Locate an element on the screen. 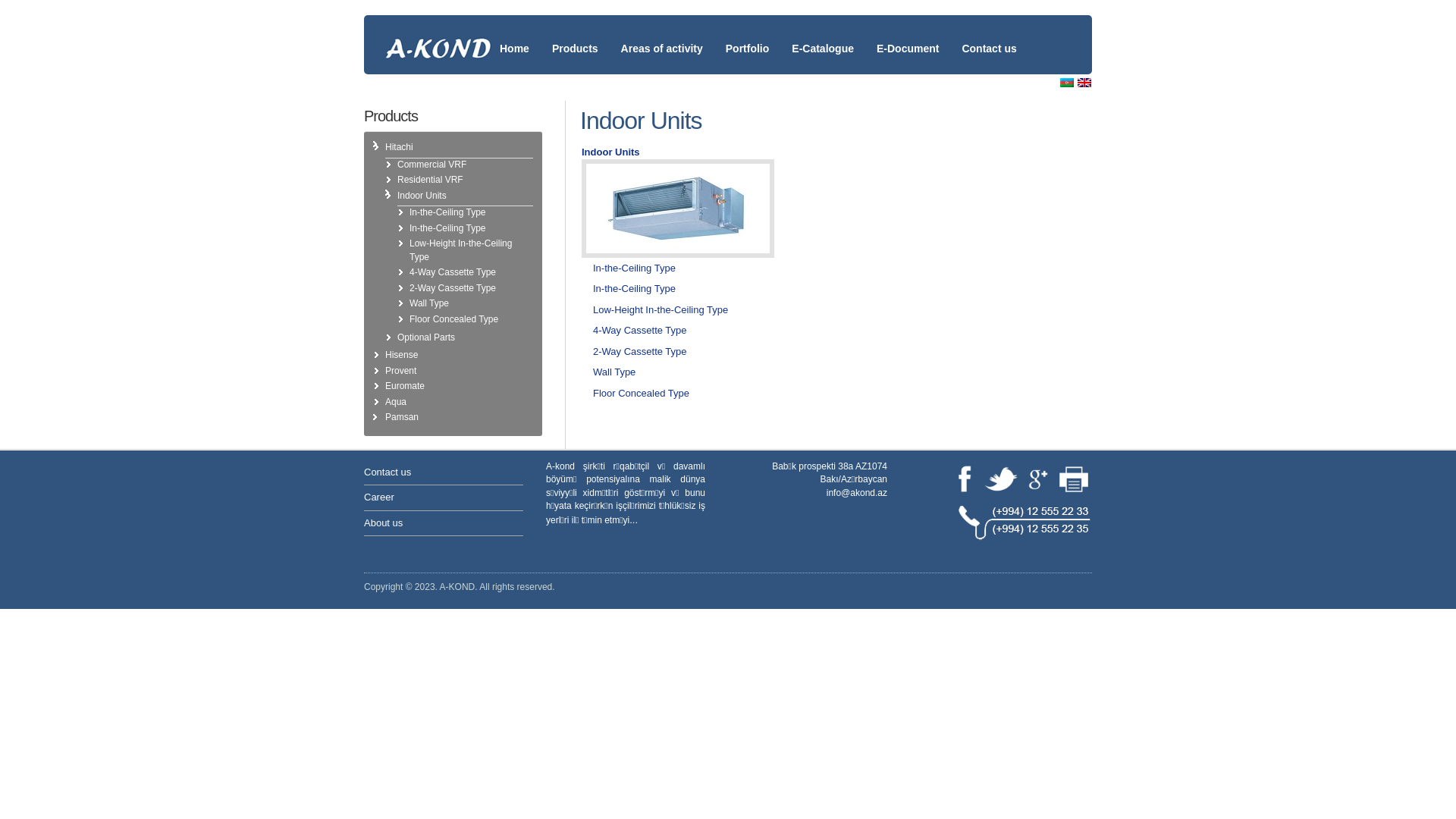 The width and height of the screenshot is (1456, 819). 'In-the-Ceiling Type' is located at coordinates (447, 212).